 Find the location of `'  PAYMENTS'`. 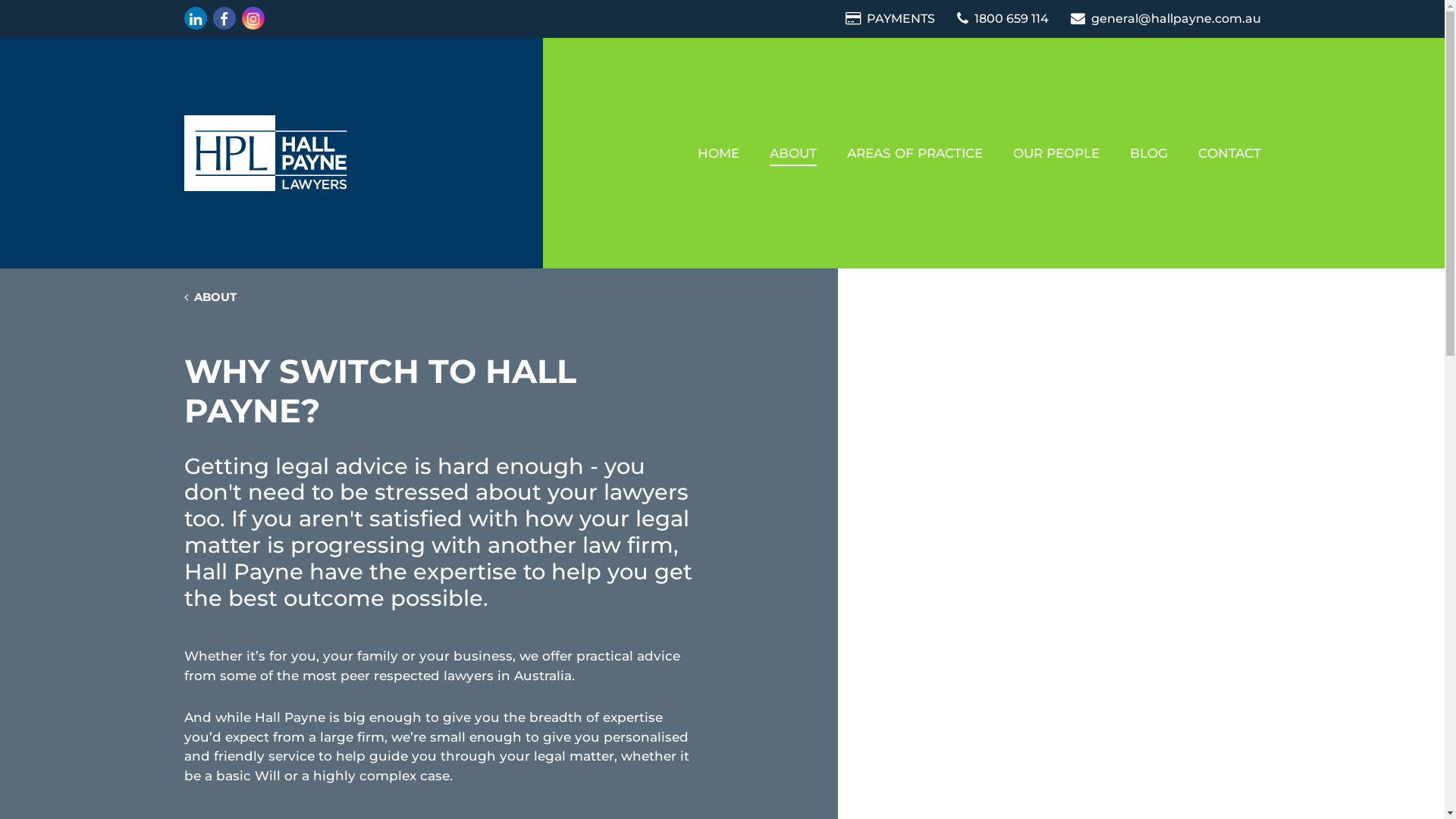

'  PAYMENTS' is located at coordinates (843, 18).